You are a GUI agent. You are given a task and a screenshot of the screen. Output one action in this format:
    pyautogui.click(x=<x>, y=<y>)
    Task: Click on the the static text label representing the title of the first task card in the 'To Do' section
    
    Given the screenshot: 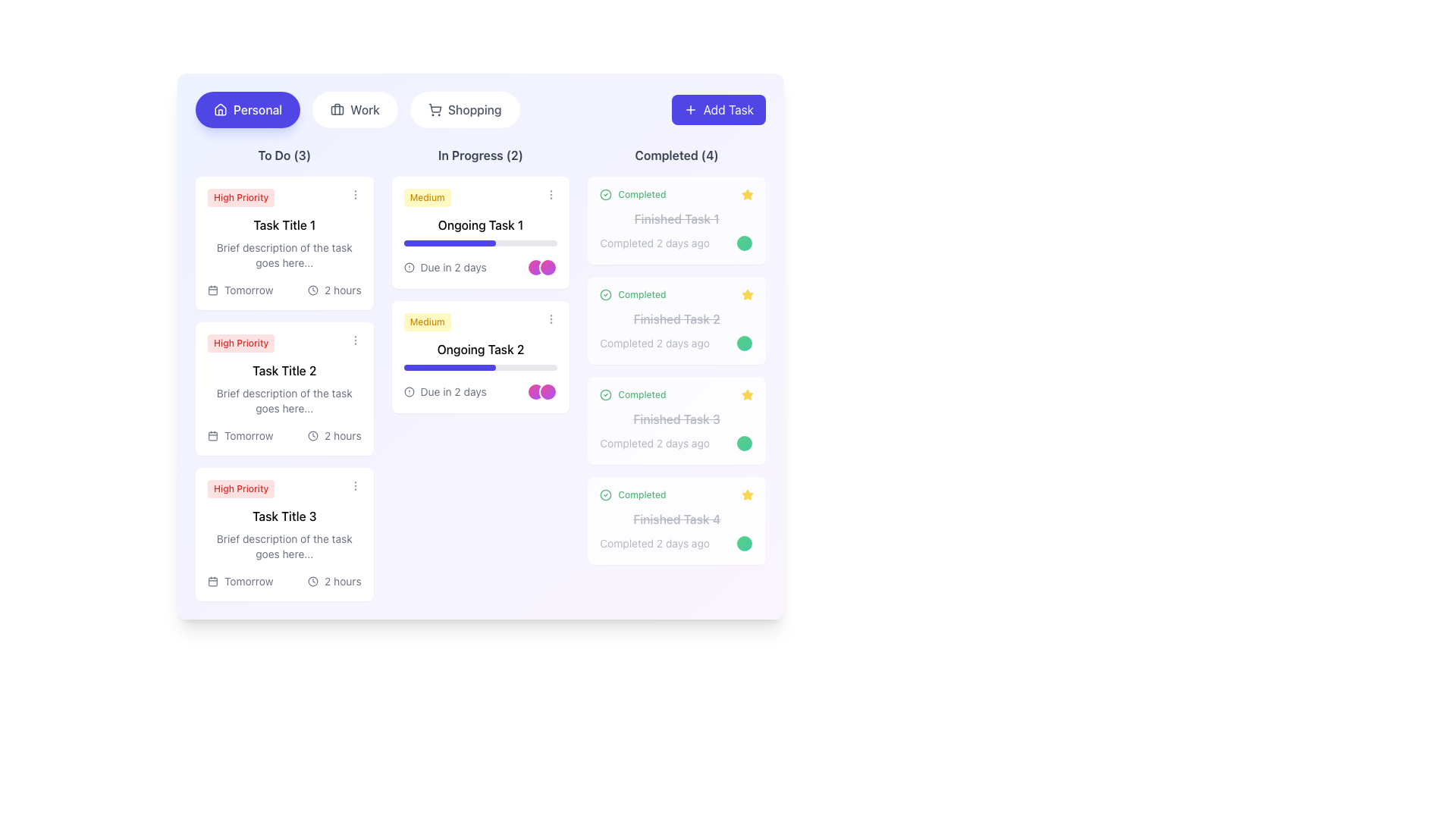 What is the action you would take?
    pyautogui.click(x=284, y=225)
    